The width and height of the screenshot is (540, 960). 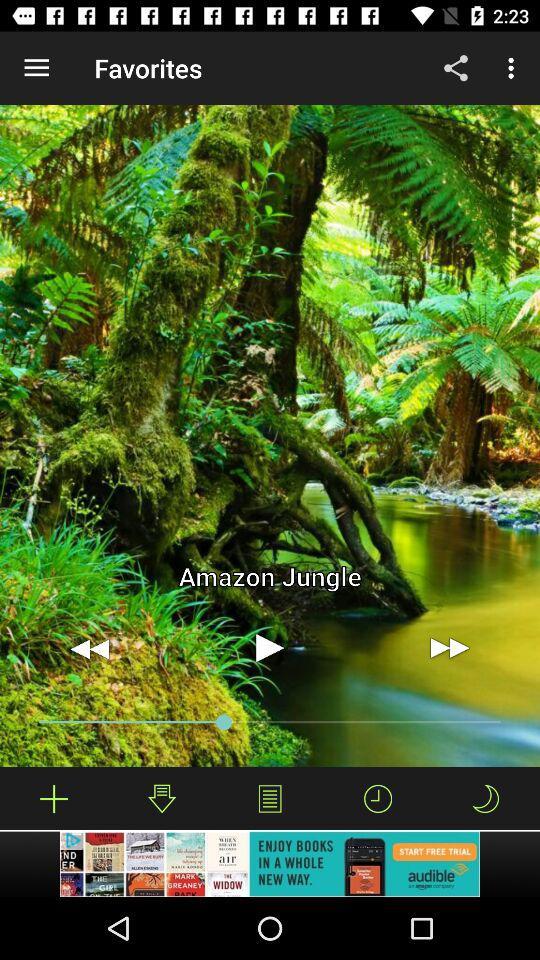 I want to click on options, so click(x=270, y=798).